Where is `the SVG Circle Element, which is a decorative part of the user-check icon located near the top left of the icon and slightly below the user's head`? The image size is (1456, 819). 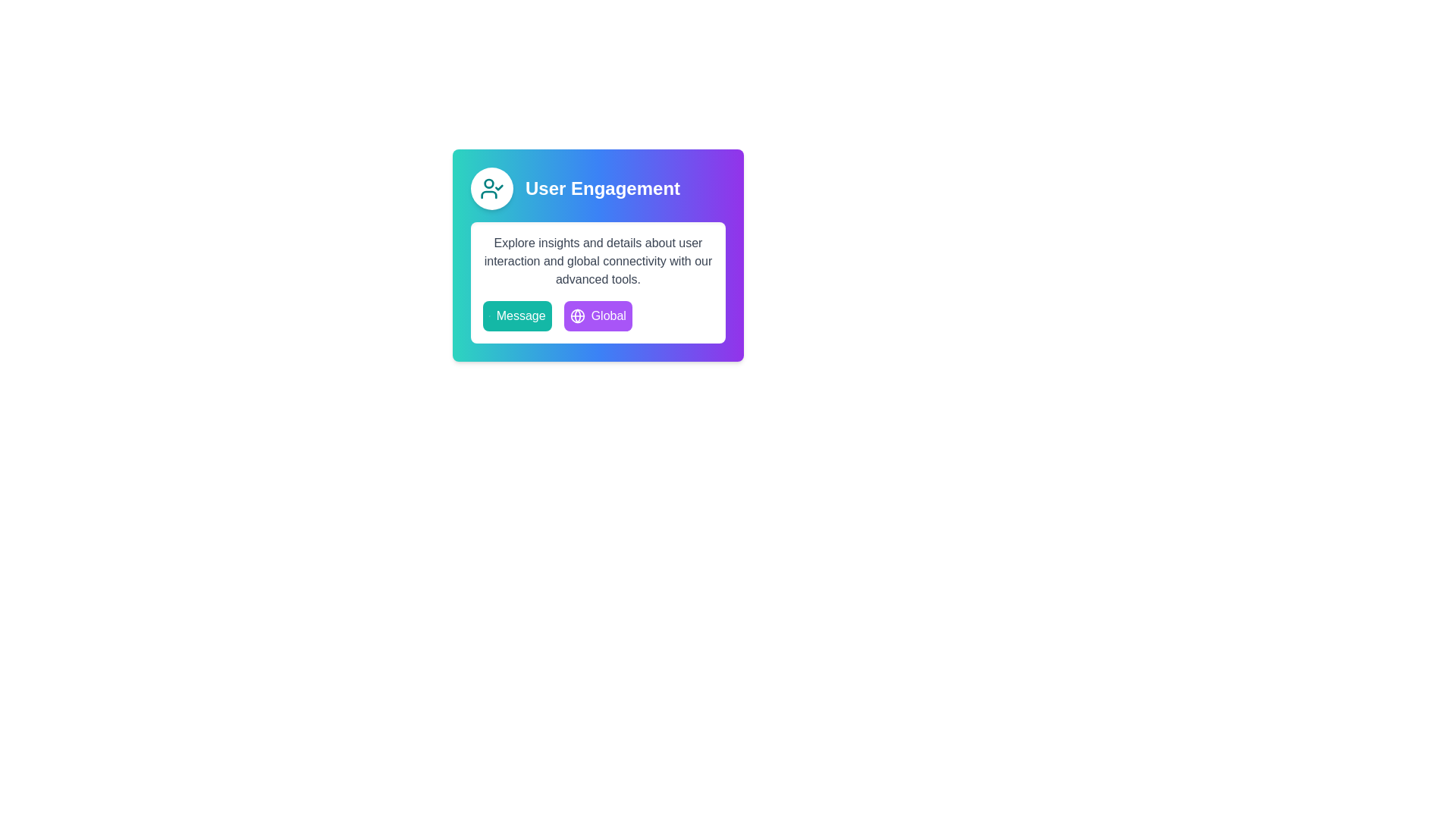 the SVG Circle Element, which is a decorative part of the user-check icon located near the top left of the icon and slightly below the user's head is located at coordinates (488, 183).